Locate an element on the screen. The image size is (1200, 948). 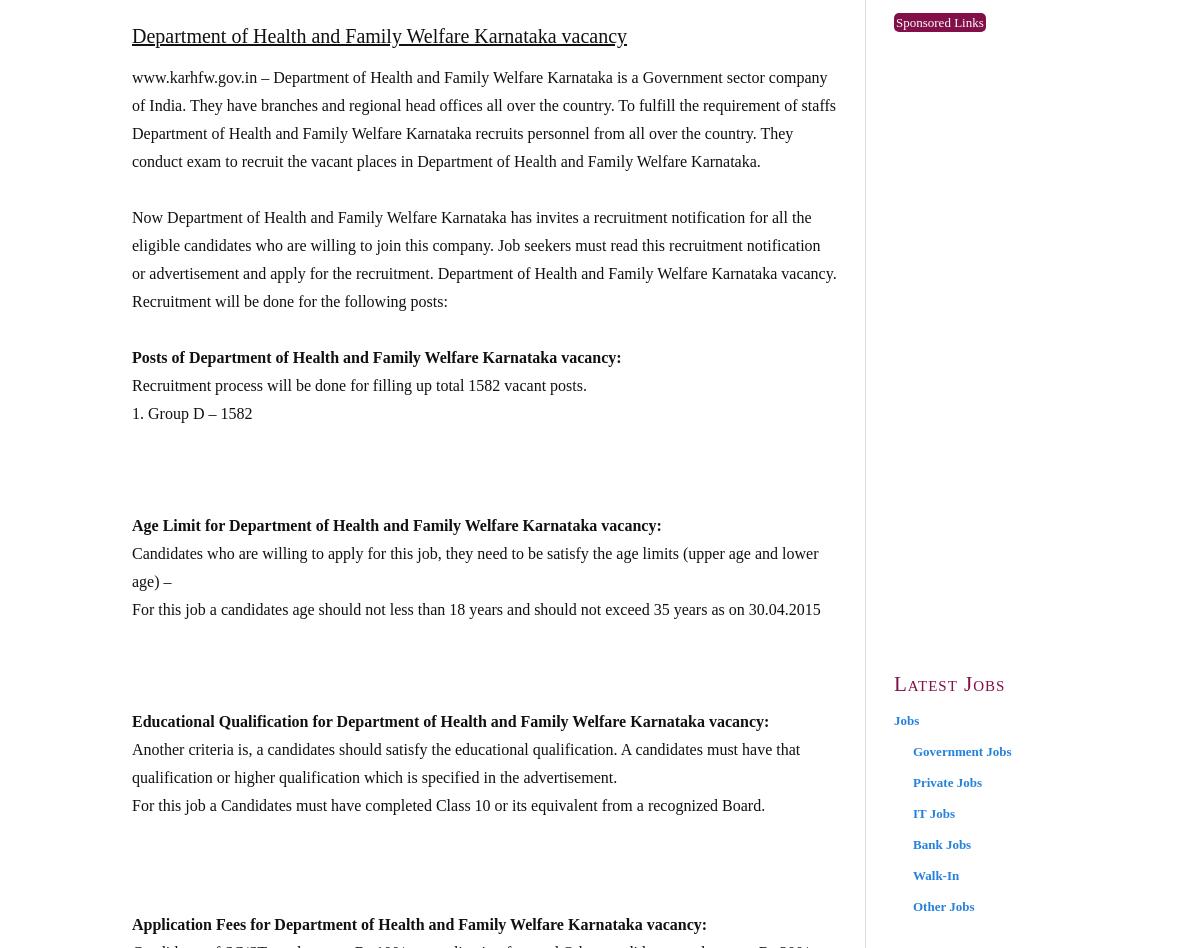
'Educational Qualification for Department of Health and Family Welfare Karnataka vacancy:' is located at coordinates (450, 721).